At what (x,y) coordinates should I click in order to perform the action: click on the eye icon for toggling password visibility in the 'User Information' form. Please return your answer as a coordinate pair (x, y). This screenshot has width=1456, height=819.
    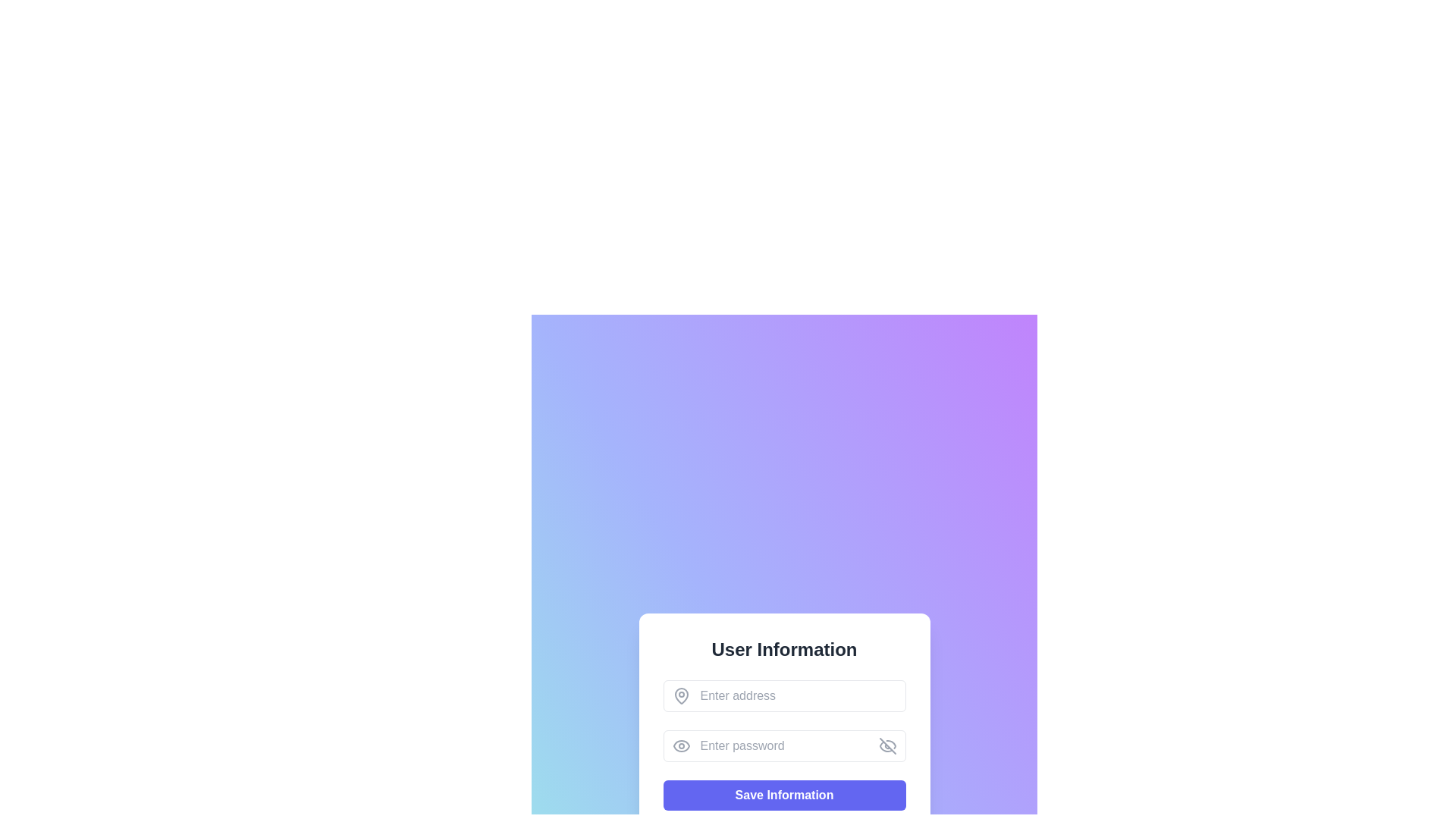
    Looking at the image, I should click on (680, 745).